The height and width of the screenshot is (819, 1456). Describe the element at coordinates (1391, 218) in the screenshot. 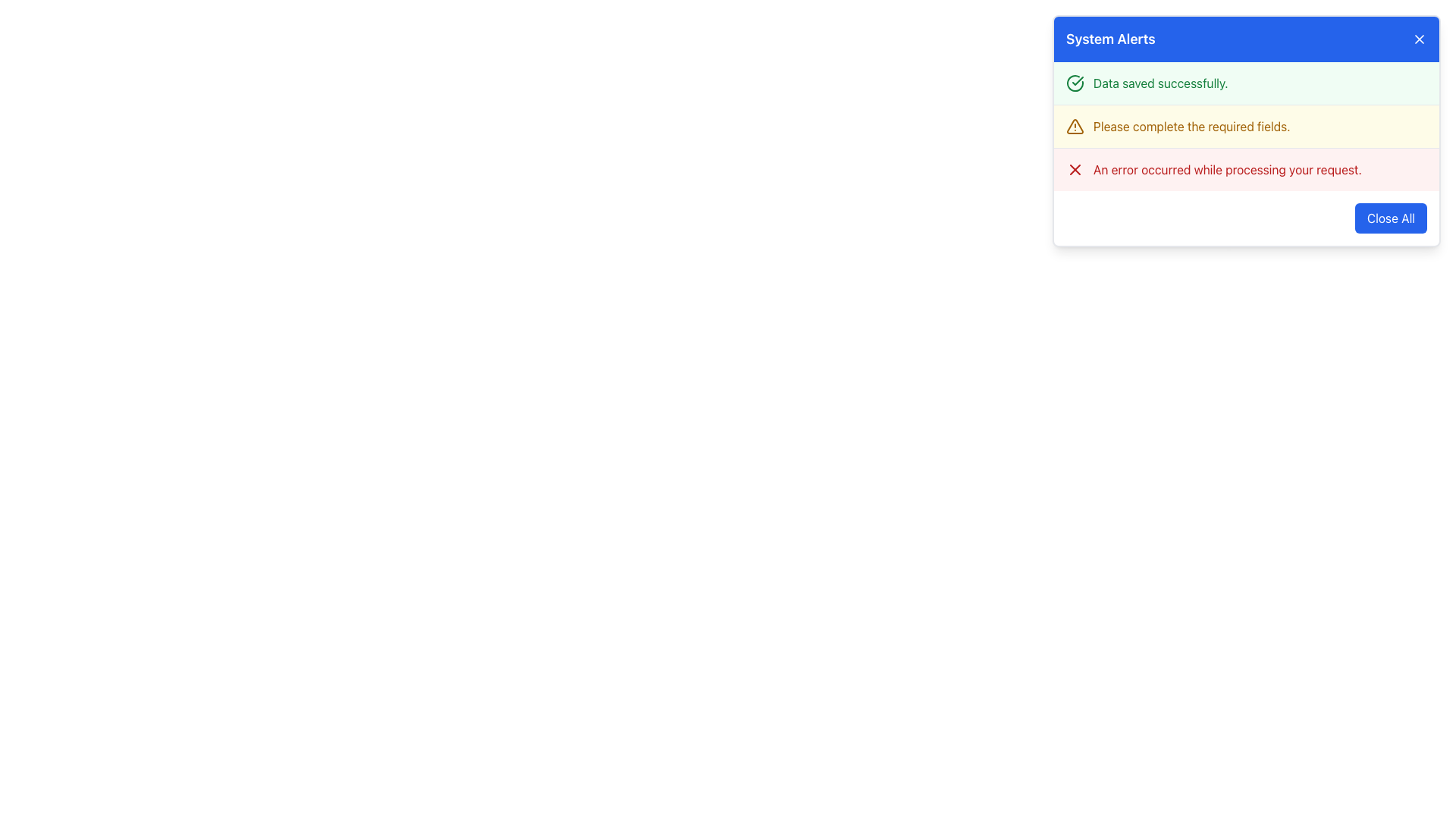

I see `the close button located at the bottom-right corner of the notification panel to change its shade of blue` at that location.